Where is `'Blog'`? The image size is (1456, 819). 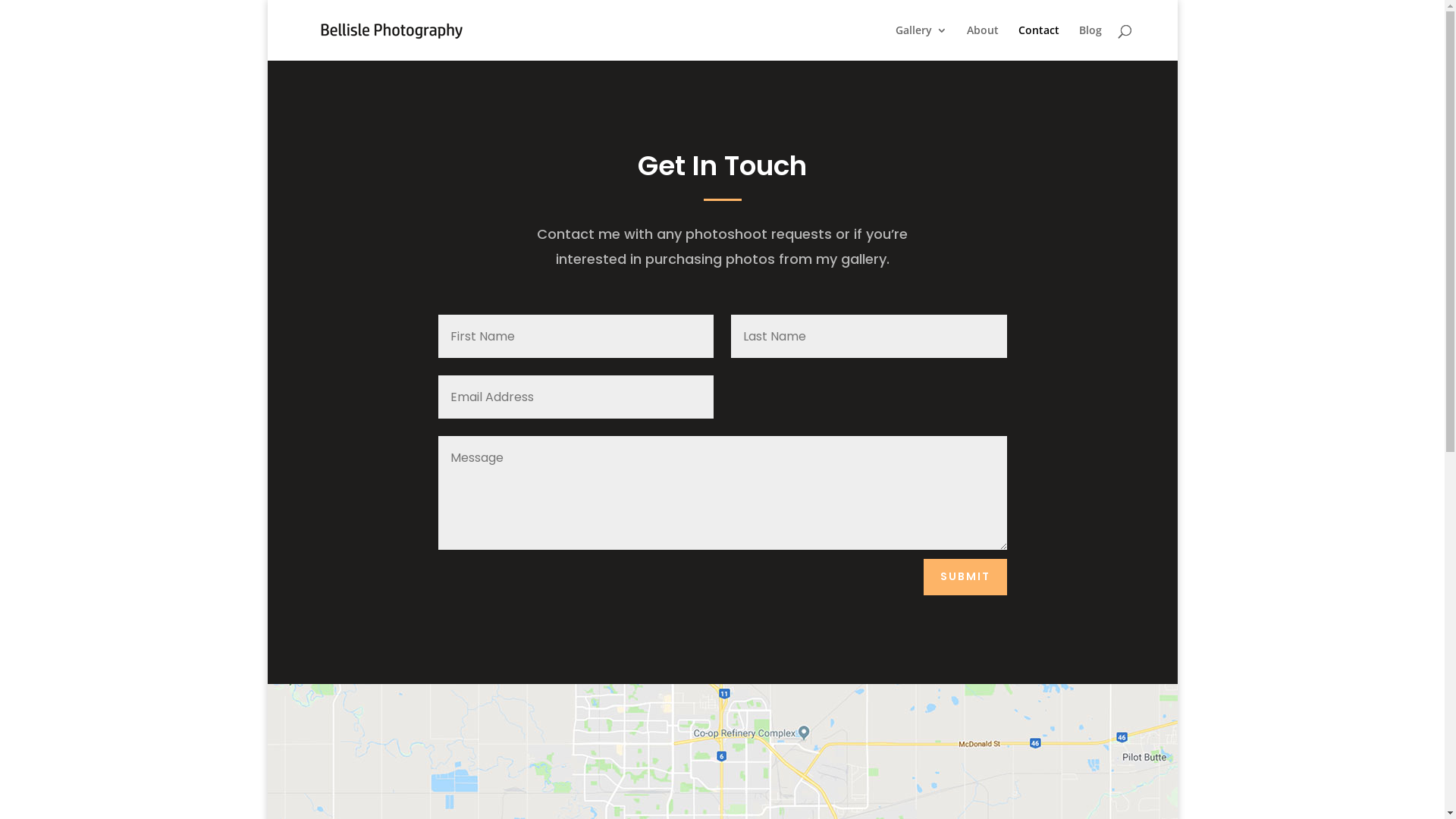 'Blog' is located at coordinates (1077, 42).